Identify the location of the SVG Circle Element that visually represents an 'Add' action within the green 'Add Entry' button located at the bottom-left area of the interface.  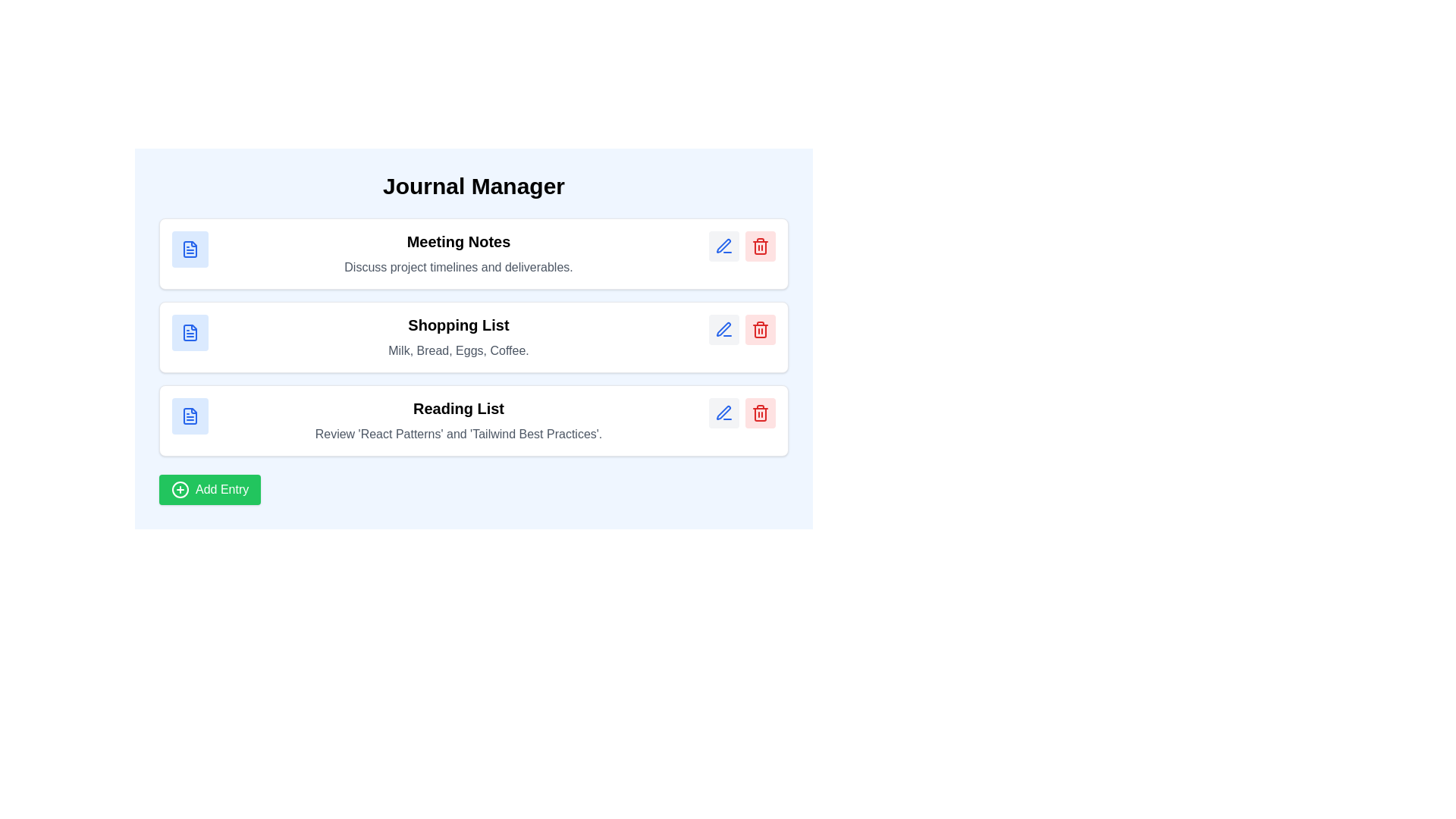
(180, 489).